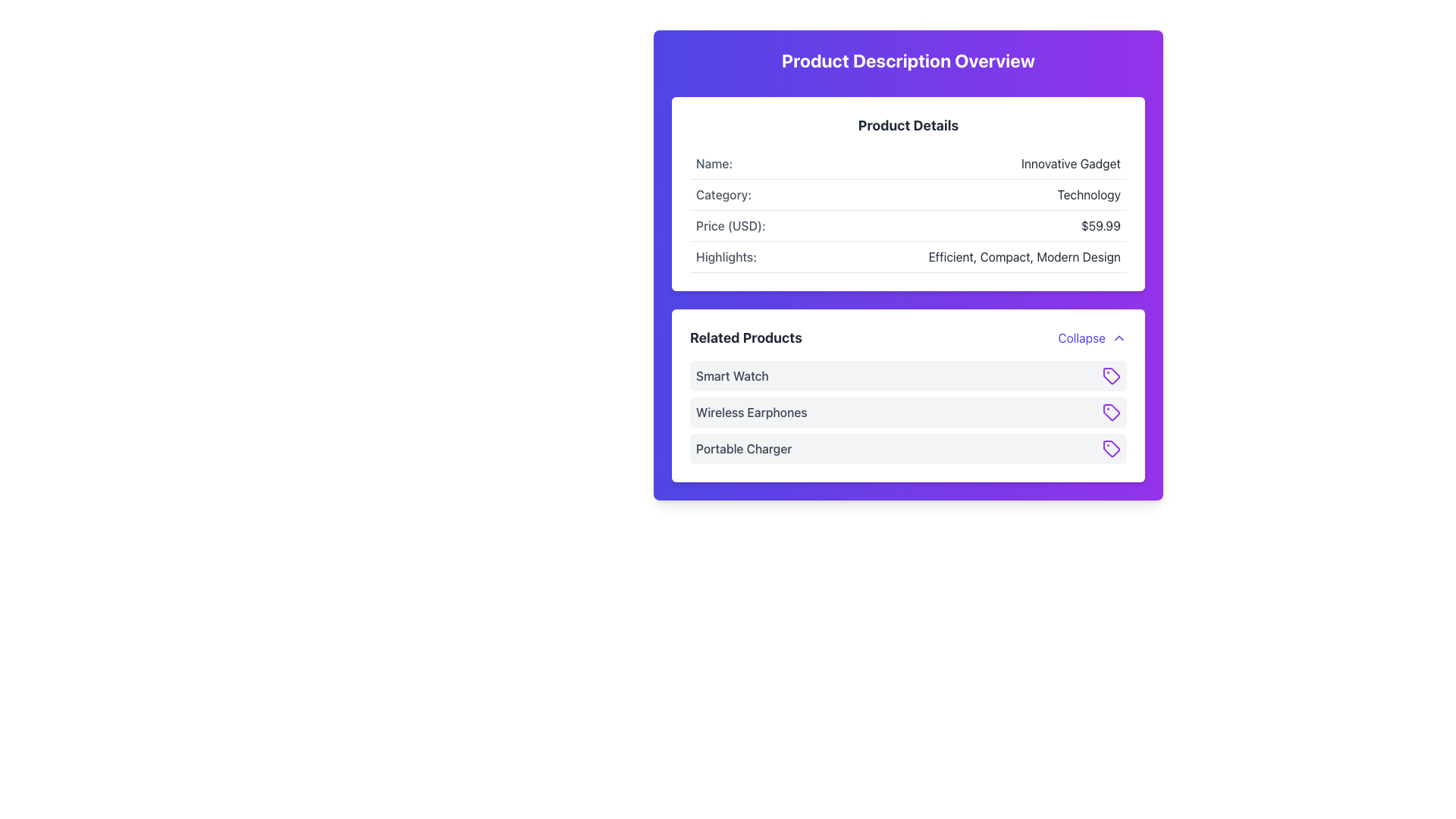 The height and width of the screenshot is (819, 1456). Describe the element at coordinates (1111, 412) in the screenshot. I see `the tag-shaped icon with a purple outline associated with 'Wireless Earphones'` at that location.